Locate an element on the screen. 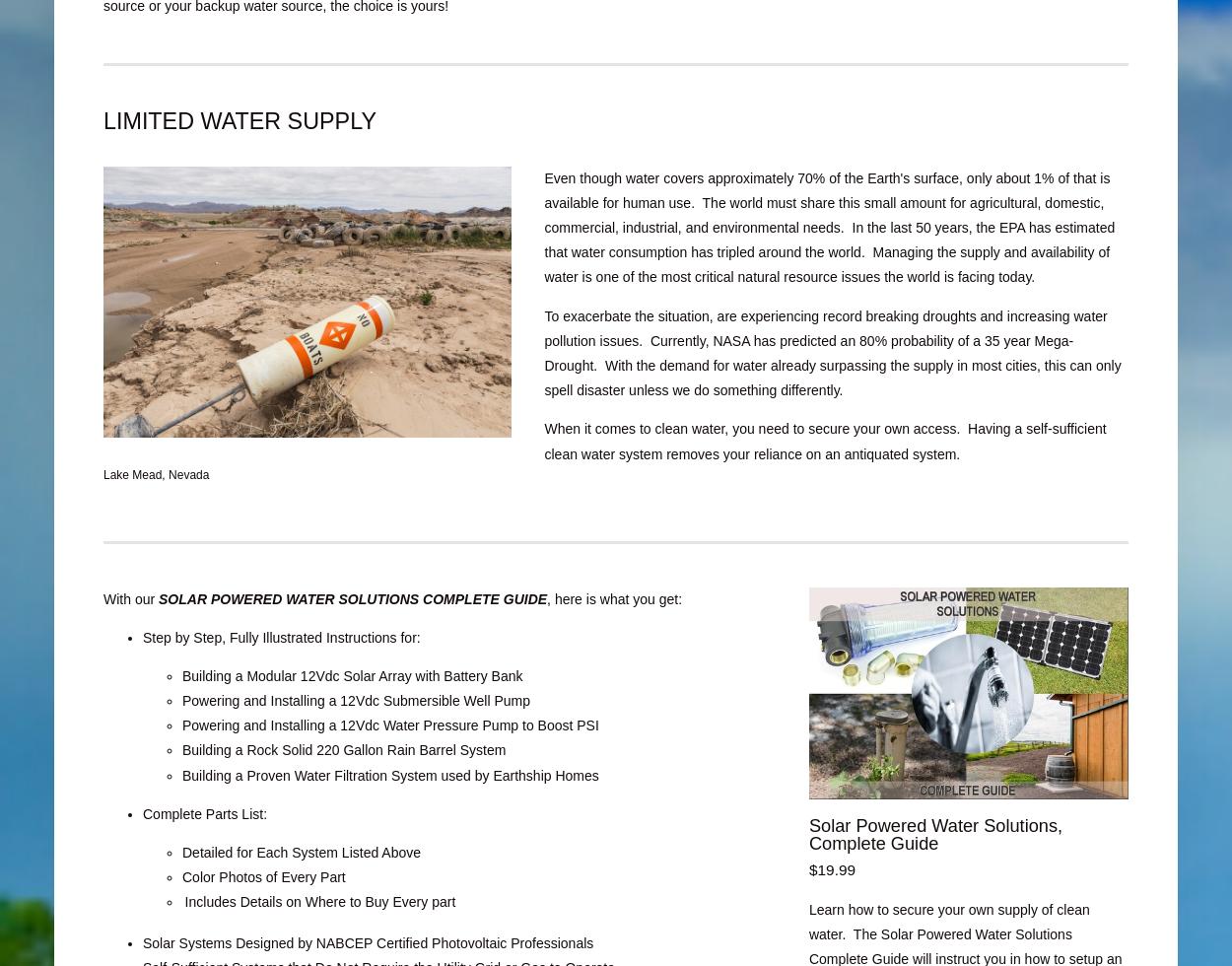  'To exacerbate the situation, are experiencing' is located at coordinates (680, 314).